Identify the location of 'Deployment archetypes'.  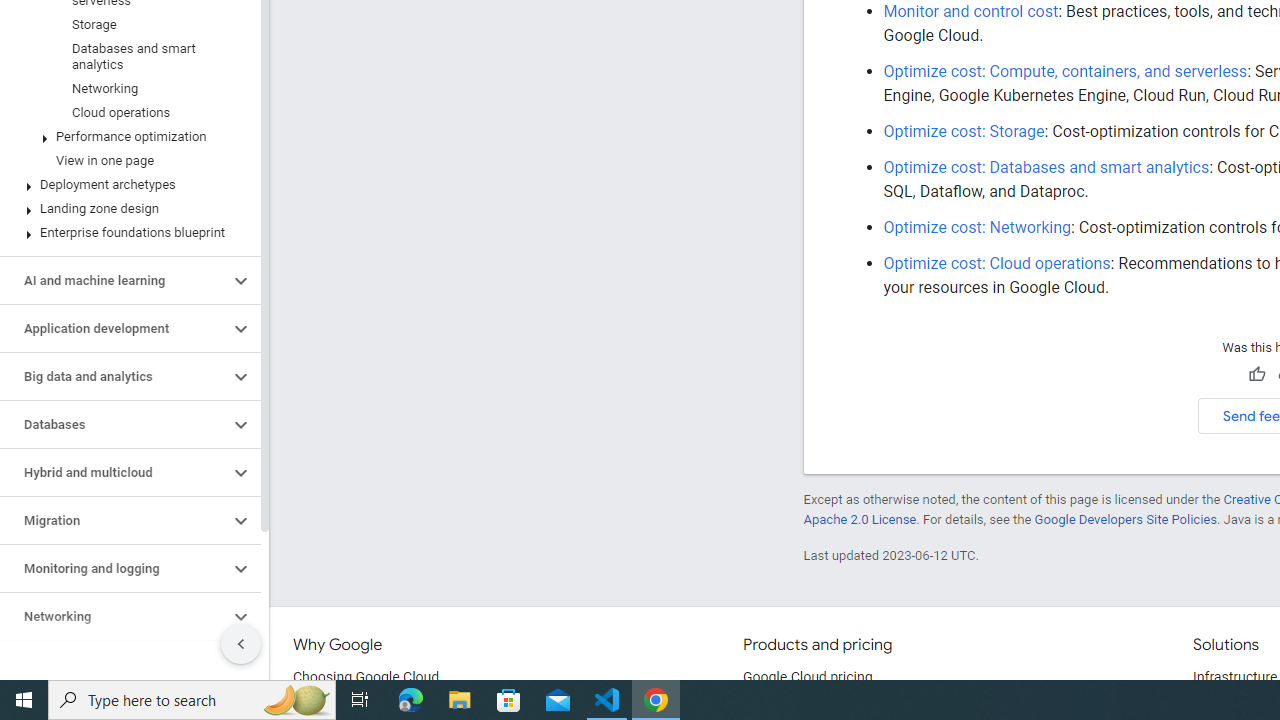
(125, 185).